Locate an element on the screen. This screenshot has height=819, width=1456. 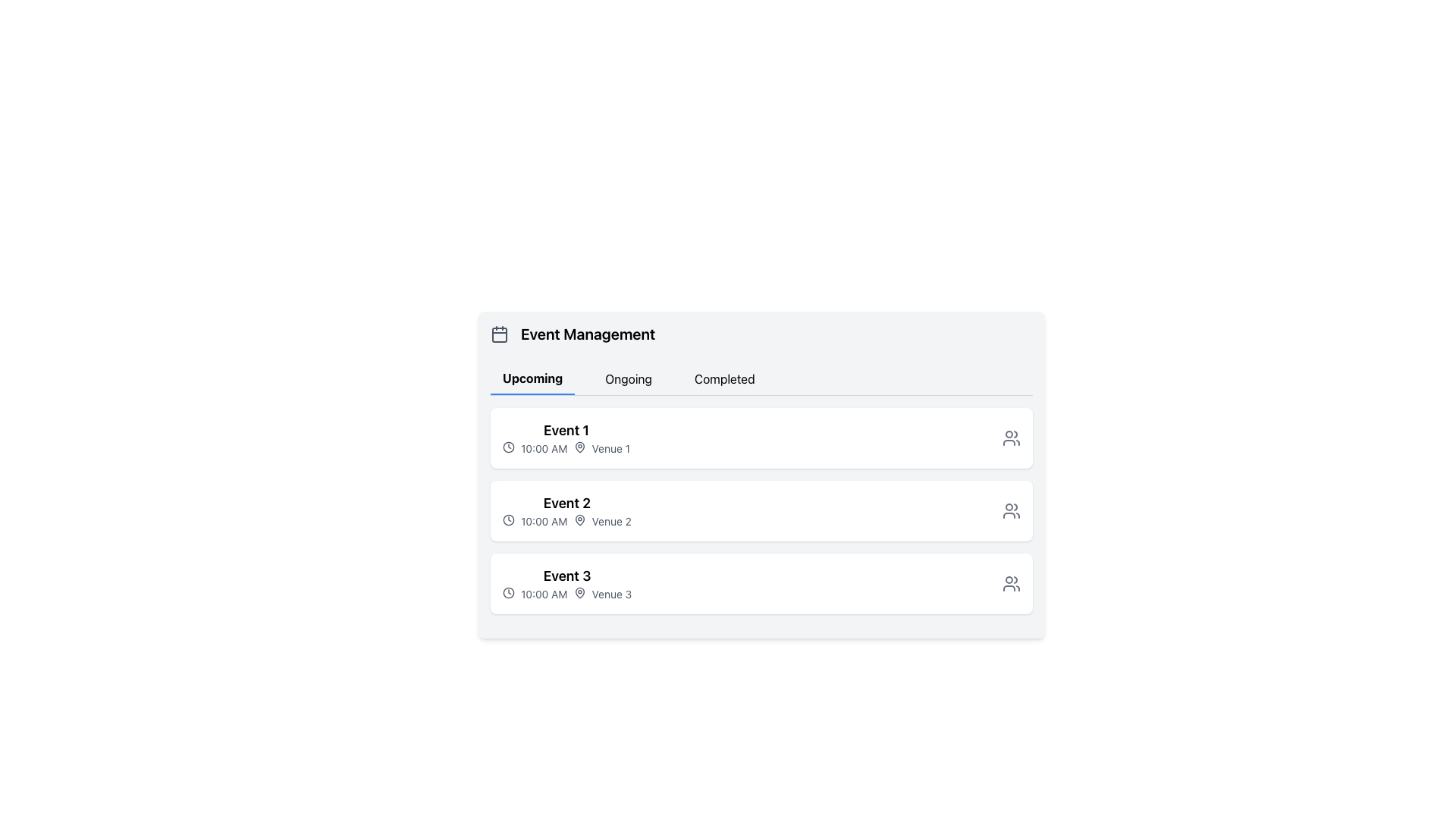
scheduled start time of 'Event 2' in the 'Upcoming' events section, located in the second card under 'Event Management', positioned between a clock icon and 'Venue 2' is located at coordinates (544, 520).